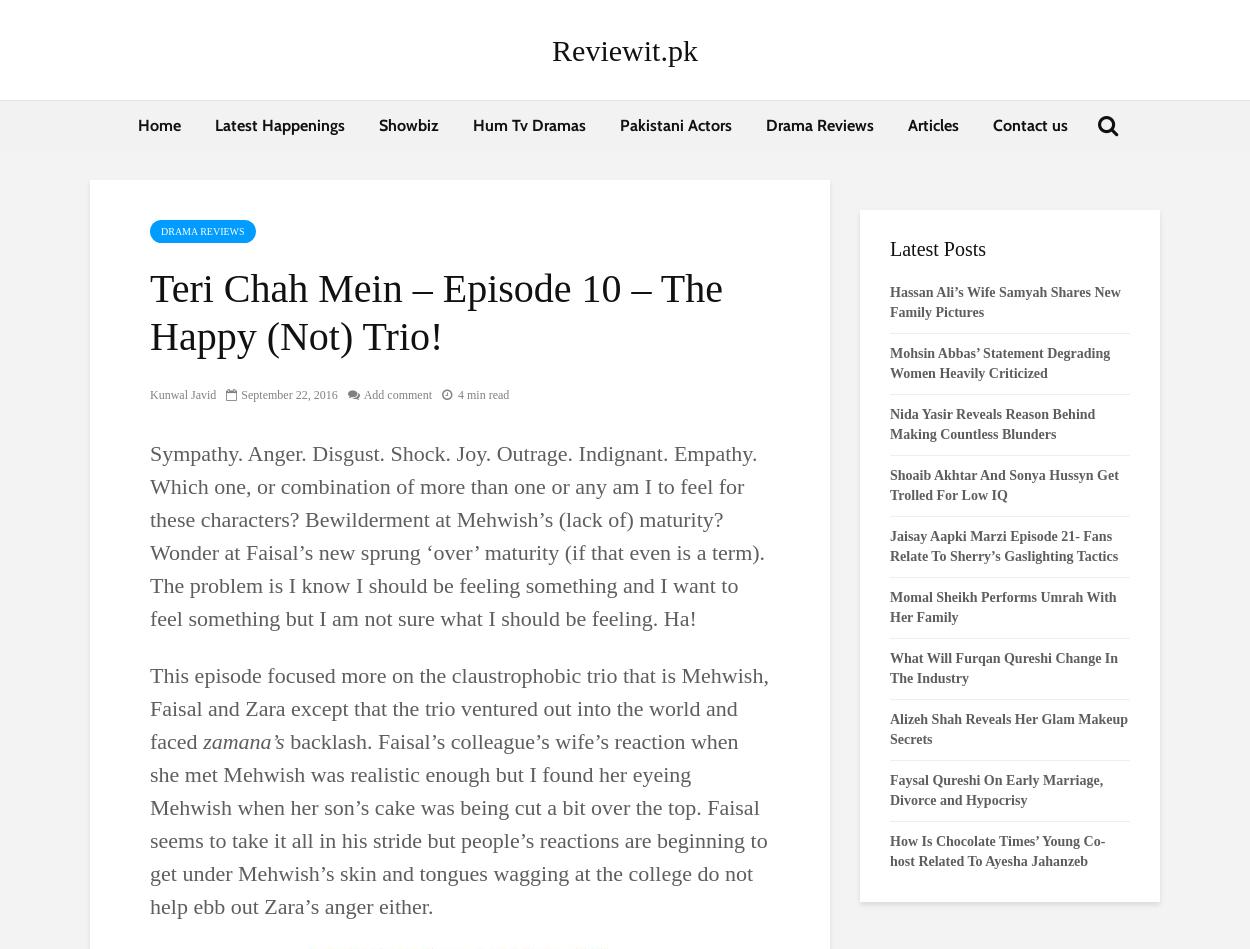 The width and height of the screenshot is (1250, 949). I want to click on 'Latest Happenings', so click(279, 125).